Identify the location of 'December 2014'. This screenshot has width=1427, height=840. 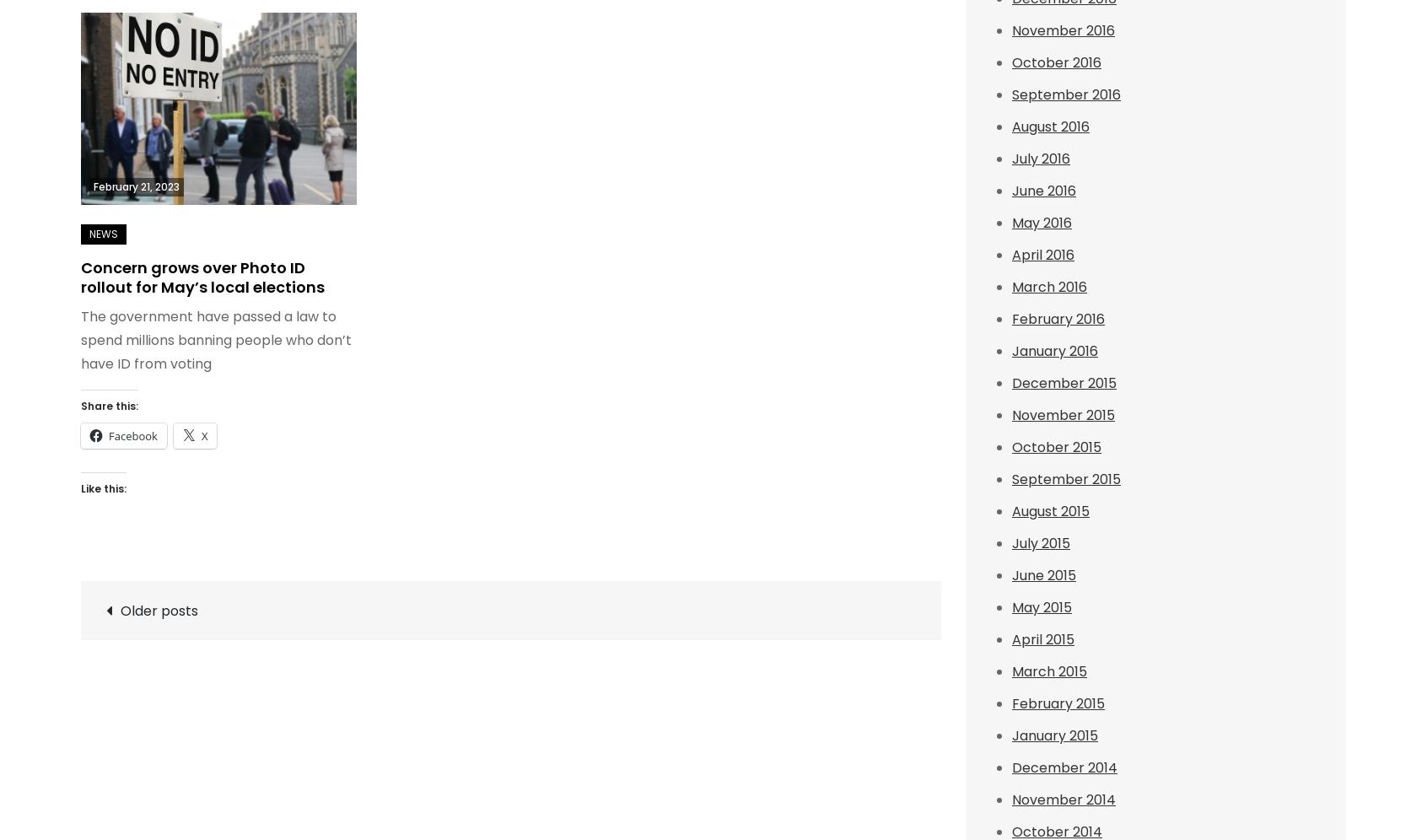
(1064, 767).